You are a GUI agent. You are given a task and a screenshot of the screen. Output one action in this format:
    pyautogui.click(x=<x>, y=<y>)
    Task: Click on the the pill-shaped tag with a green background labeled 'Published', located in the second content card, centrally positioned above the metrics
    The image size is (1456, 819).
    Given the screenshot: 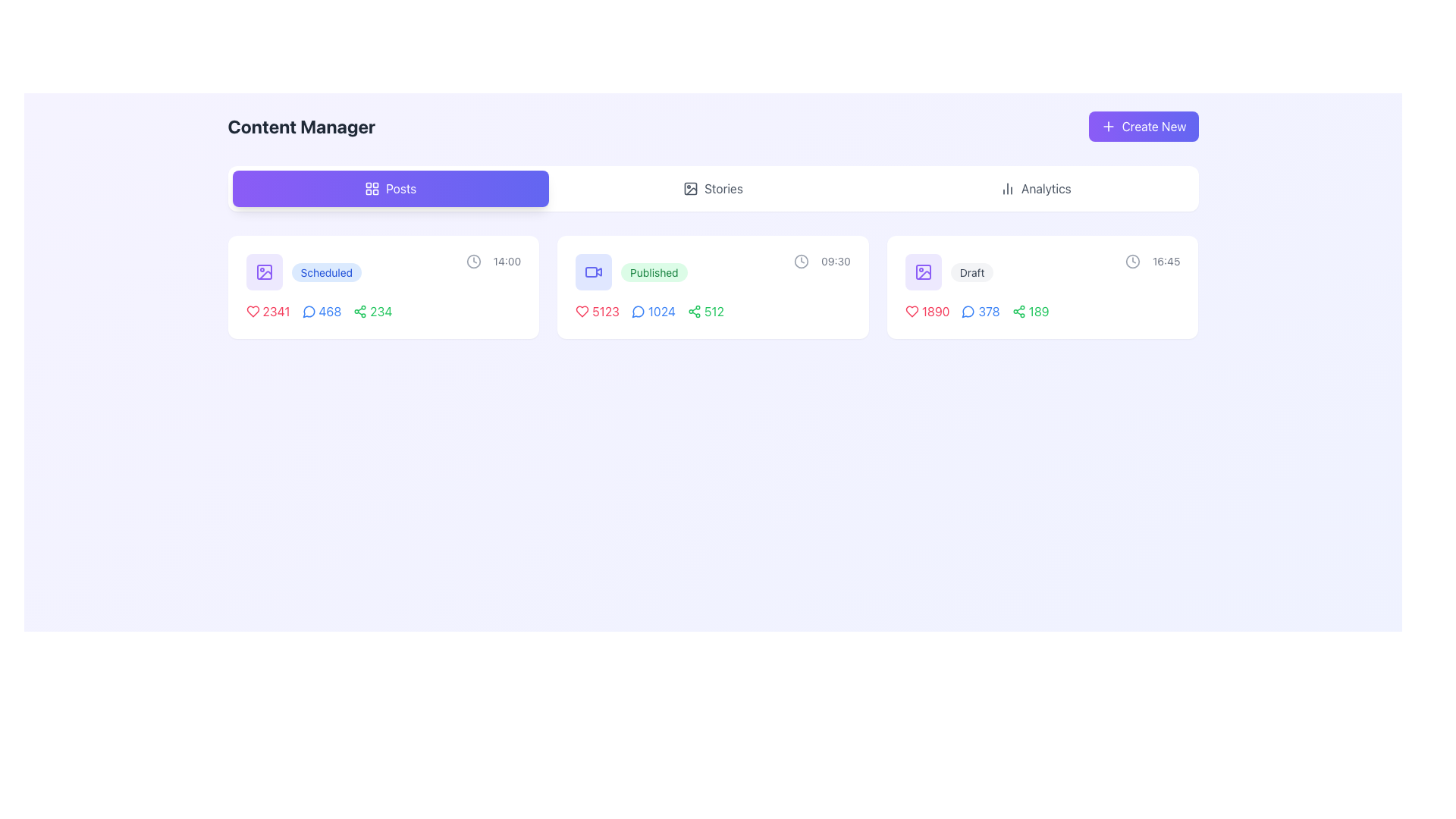 What is the action you would take?
    pyautogui.click(x=654, y=271)
    